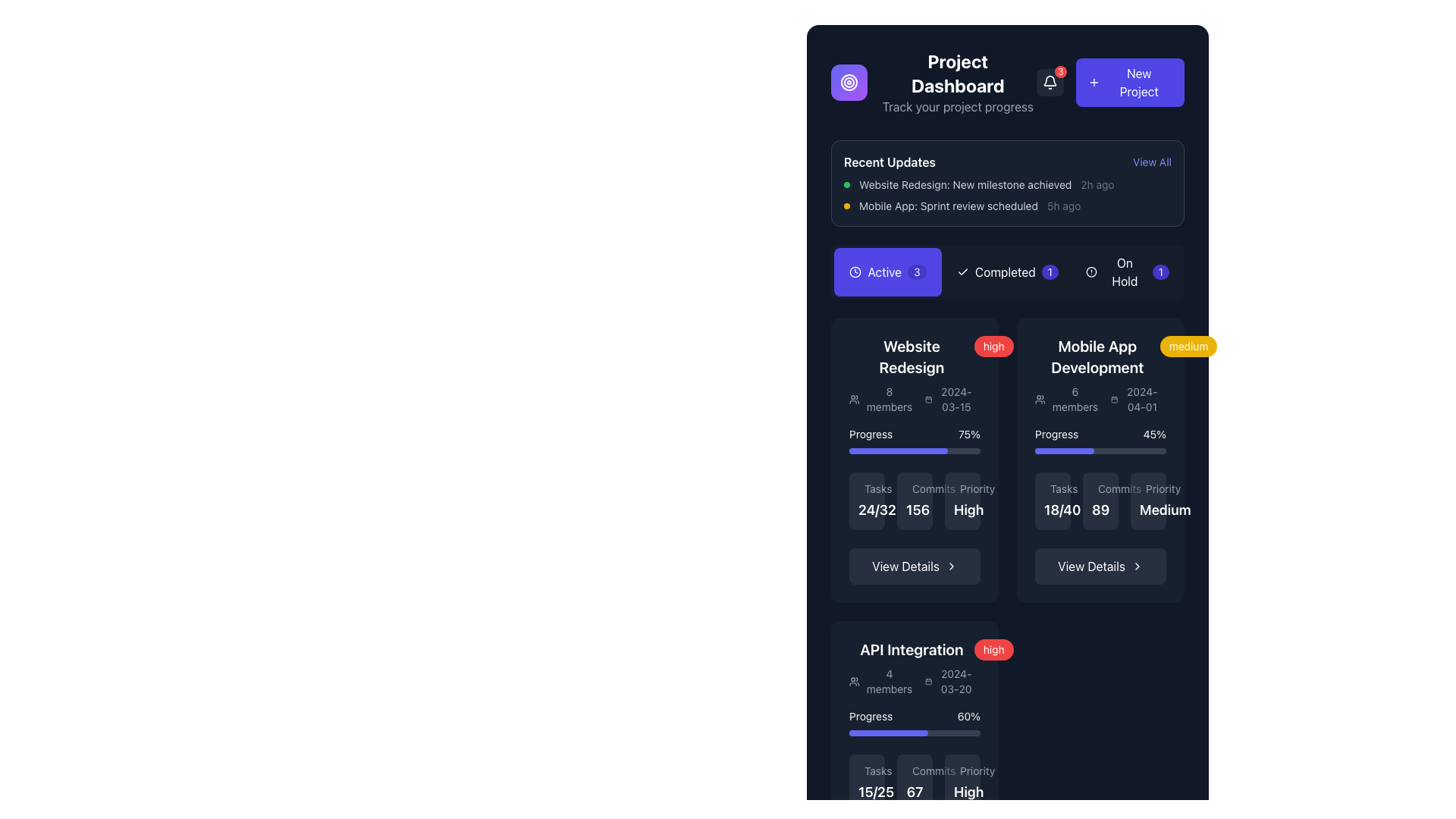 Image resolution: width=1456 pixels, height=819 pixels. I want to click on the button located at the bottom of the 'Website Redesign' card, so click(914, 566).